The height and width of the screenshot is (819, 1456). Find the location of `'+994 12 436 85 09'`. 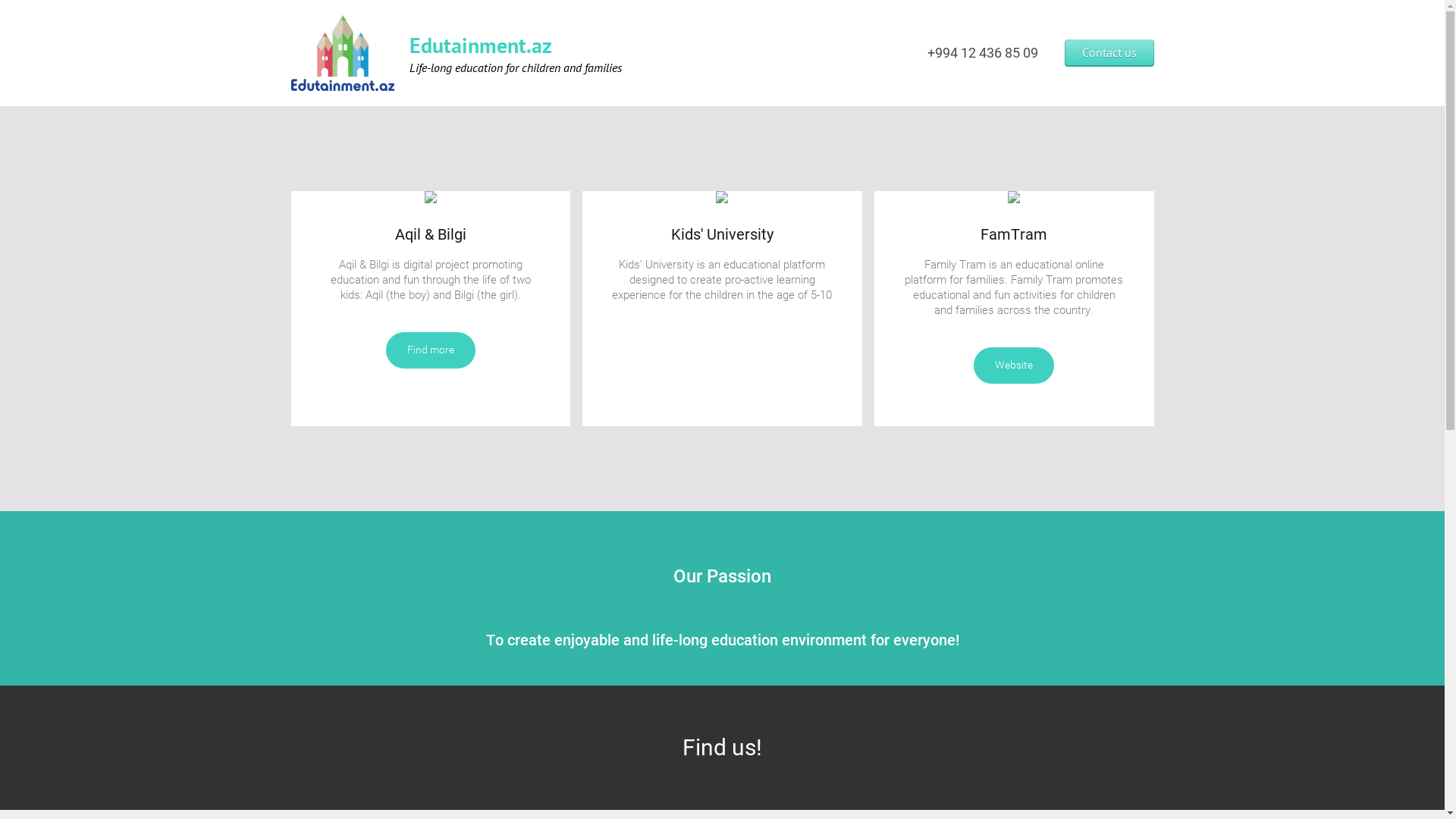

'+994 12 436 85 09' is located at coordinates (982, 52).